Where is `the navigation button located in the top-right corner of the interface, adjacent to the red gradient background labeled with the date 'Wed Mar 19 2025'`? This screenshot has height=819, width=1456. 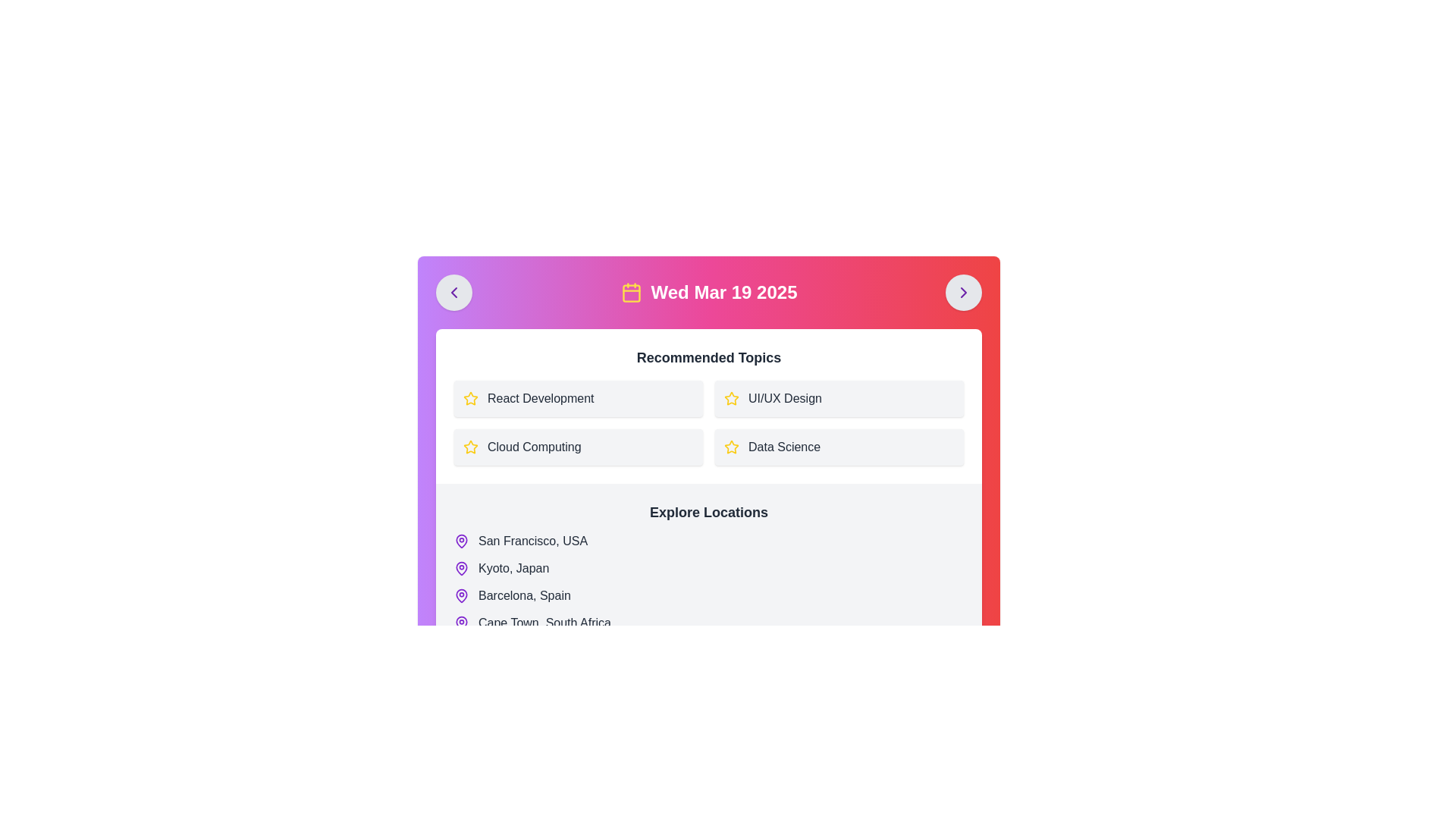
the navigation button located in the top-right corner of the interface, adjacent to the red gradient background labeled with the date 'Wed Mar 19 2025' is located at coordinates (963, 292).